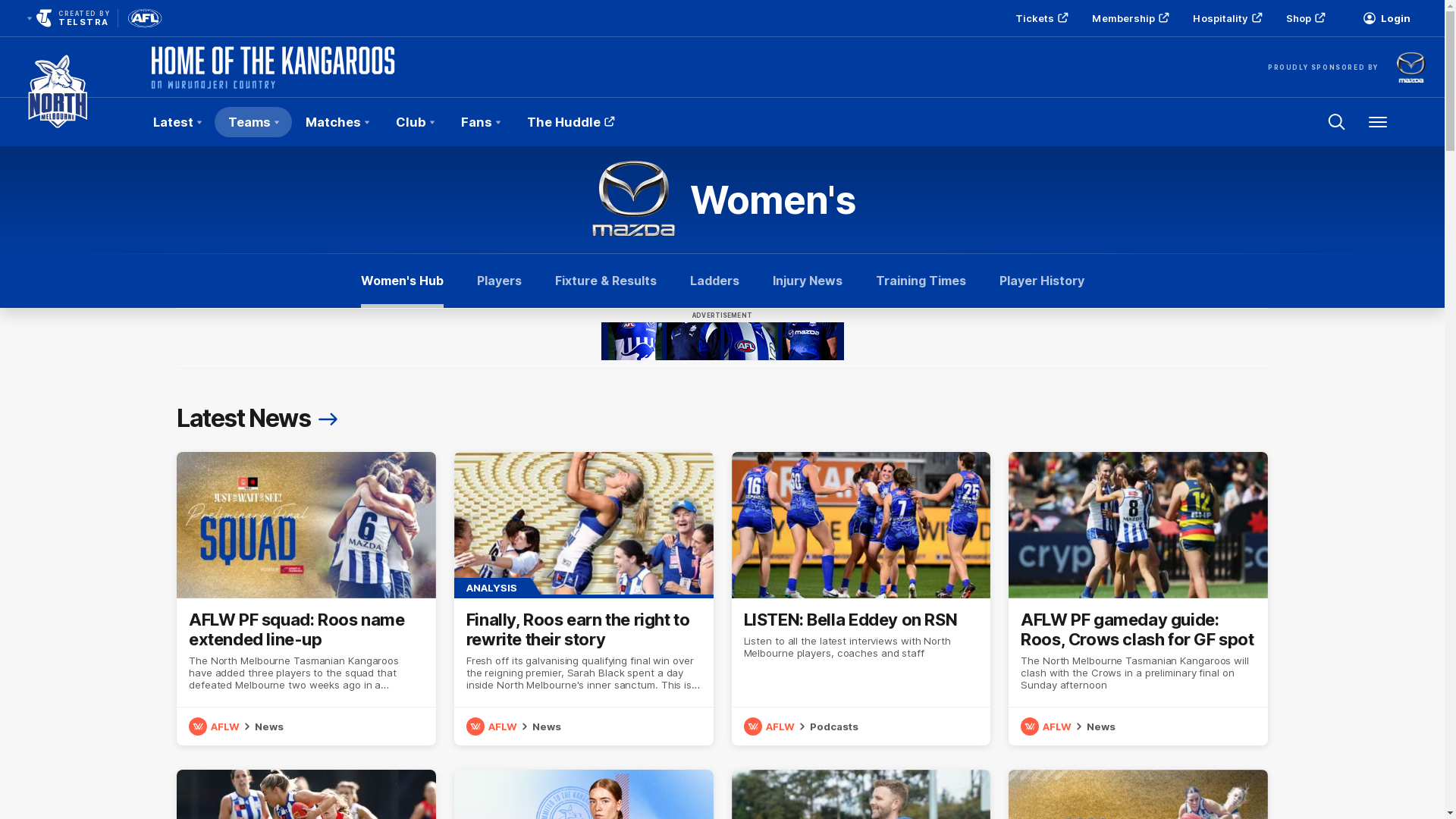 The image size is (1456, 819). Describe the element at coordinates (860, 598) in the screenshot. I see `'LISTEN: Bella Eddey on RSN'` at that location.